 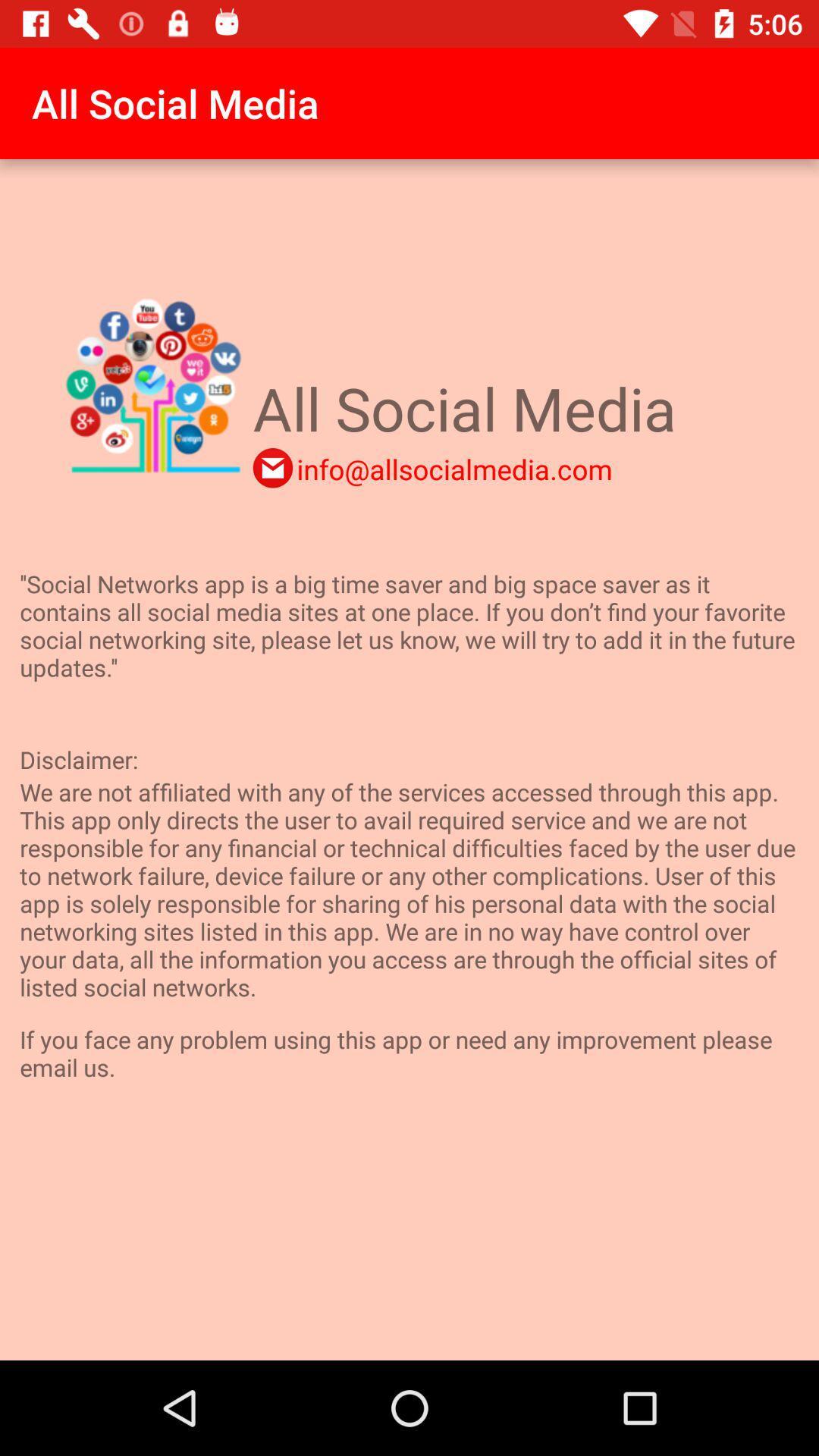 I want to click on the icon above social networks app, so click(x=453, y=468).